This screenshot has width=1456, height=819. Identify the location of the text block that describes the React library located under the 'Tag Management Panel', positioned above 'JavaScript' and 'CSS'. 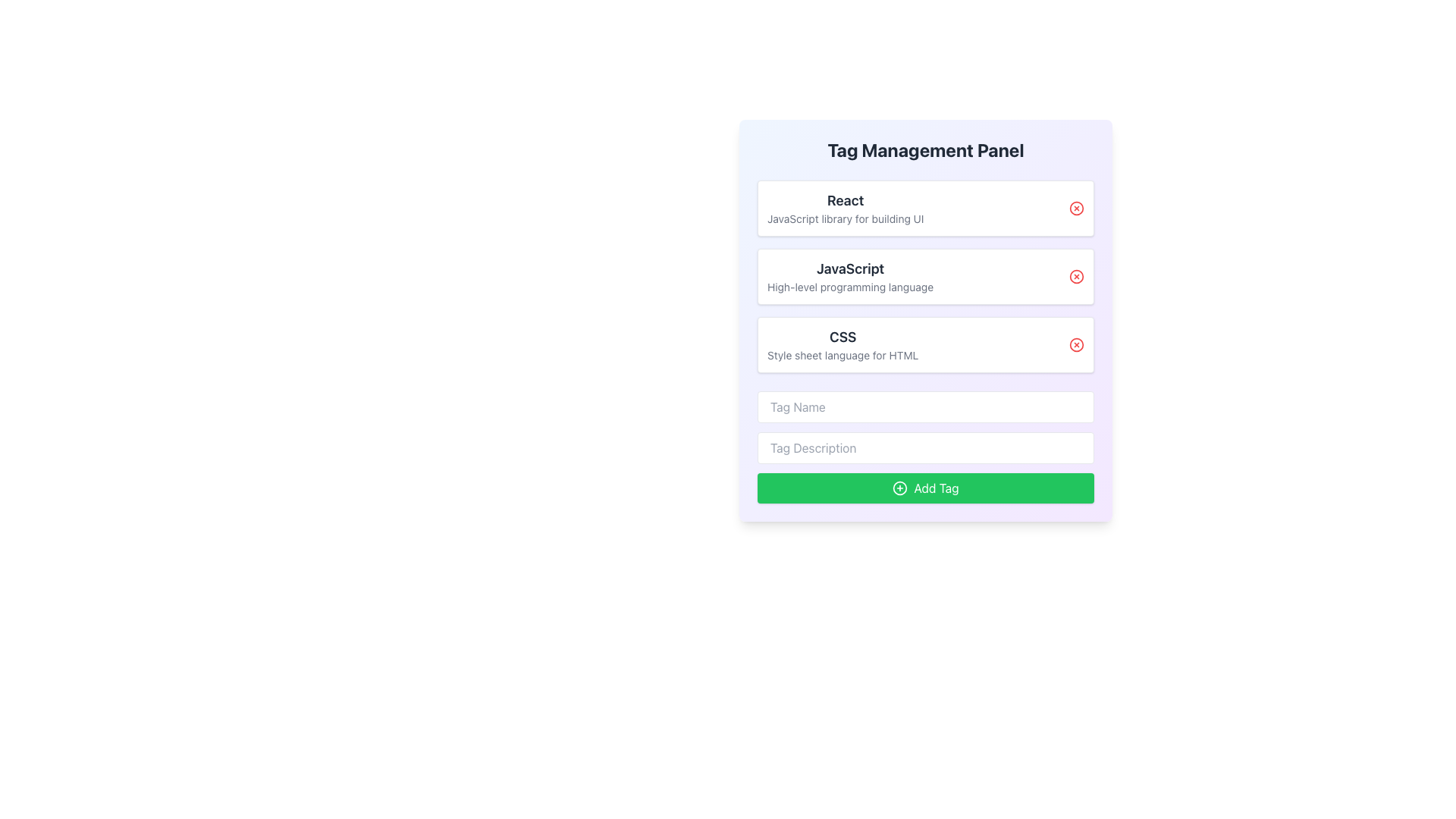
(845, 208).